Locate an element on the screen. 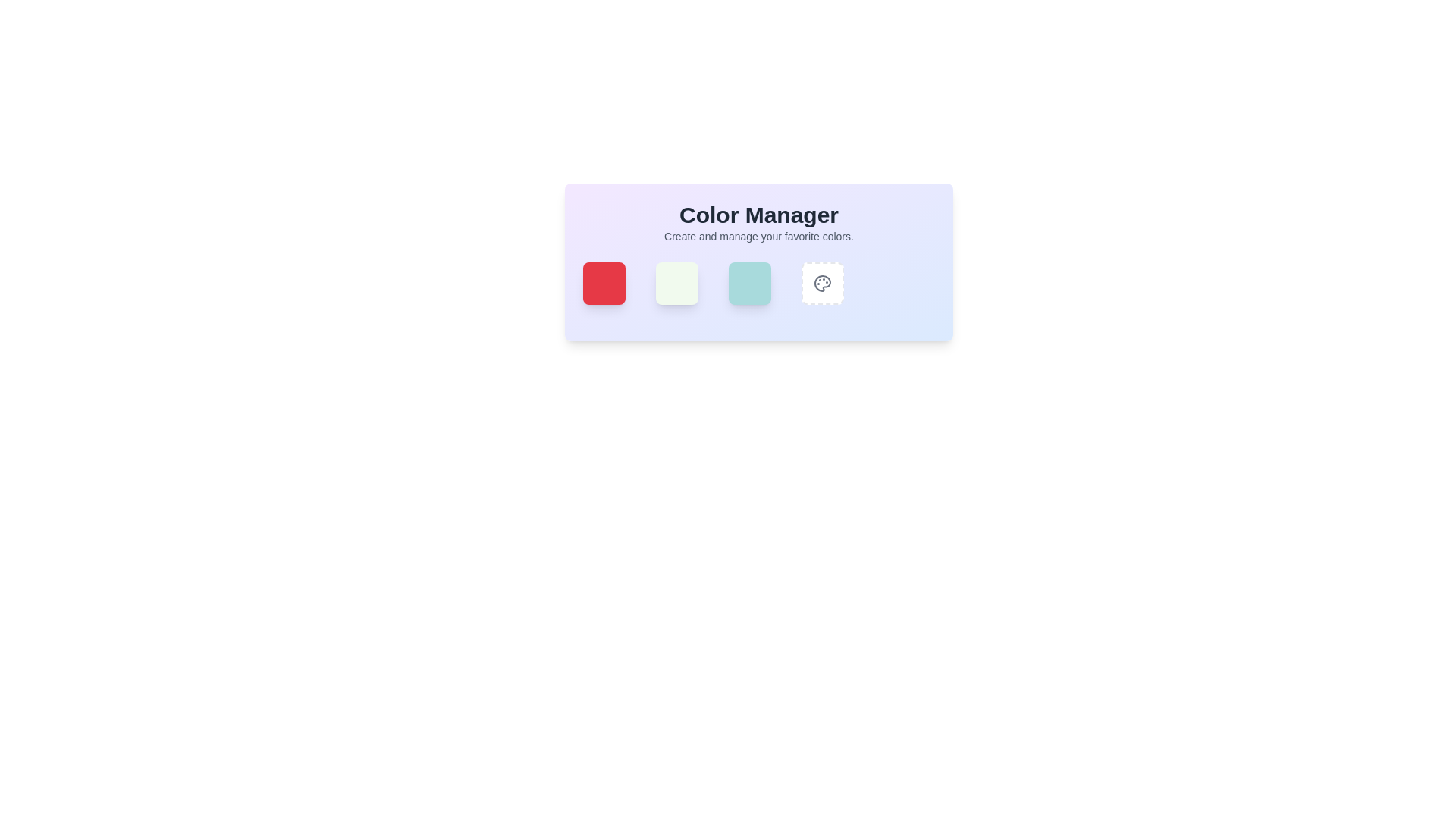 This screenshot has width=1456, height=819. the second selectable color button with a light green background is located at coordinates (676, 284).